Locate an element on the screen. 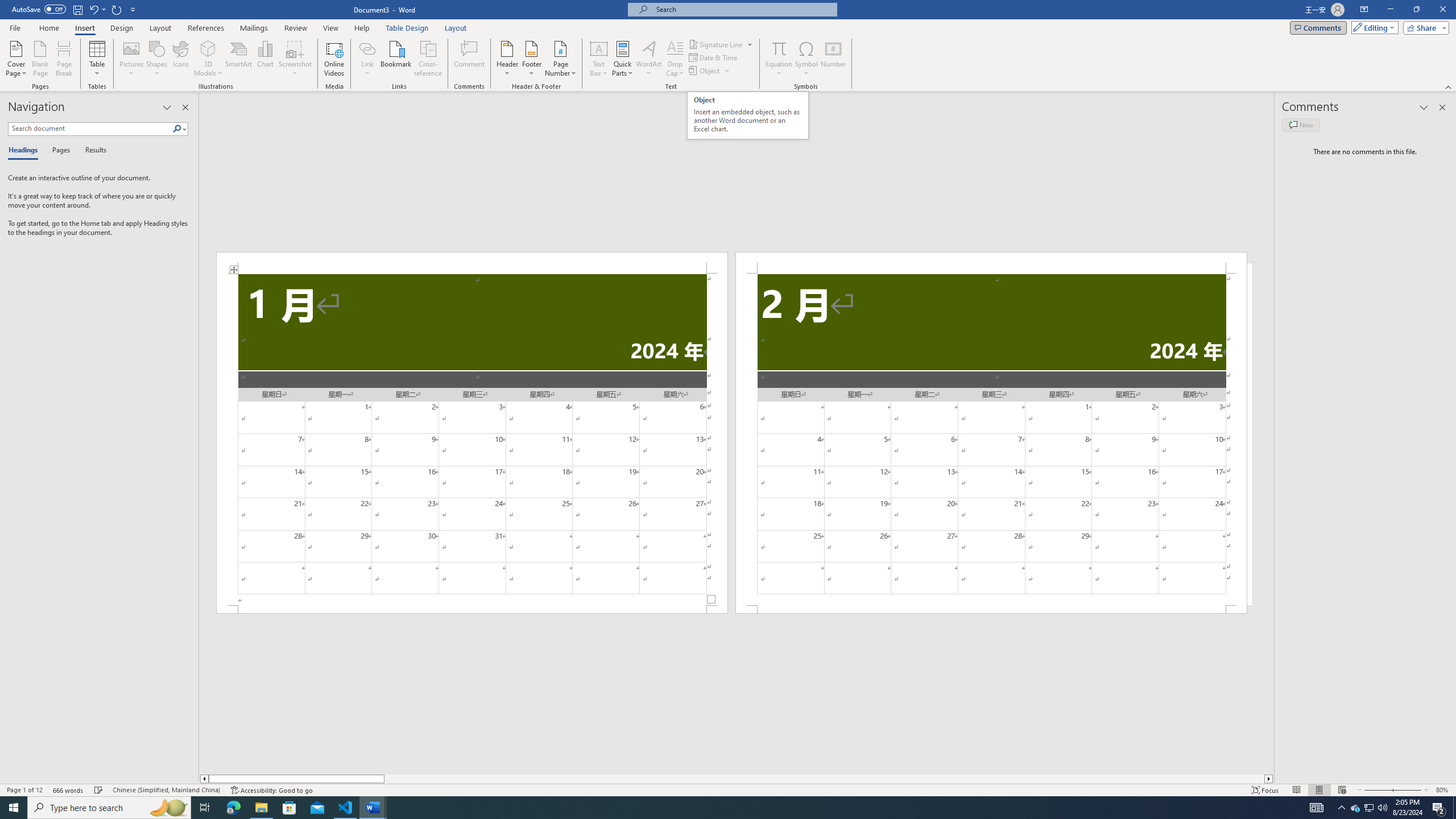 Image resolution: width=1456 pixels, height=819 pixels. 'Spelling and Grammar Check Checking' is located at coordinates (99, 790).